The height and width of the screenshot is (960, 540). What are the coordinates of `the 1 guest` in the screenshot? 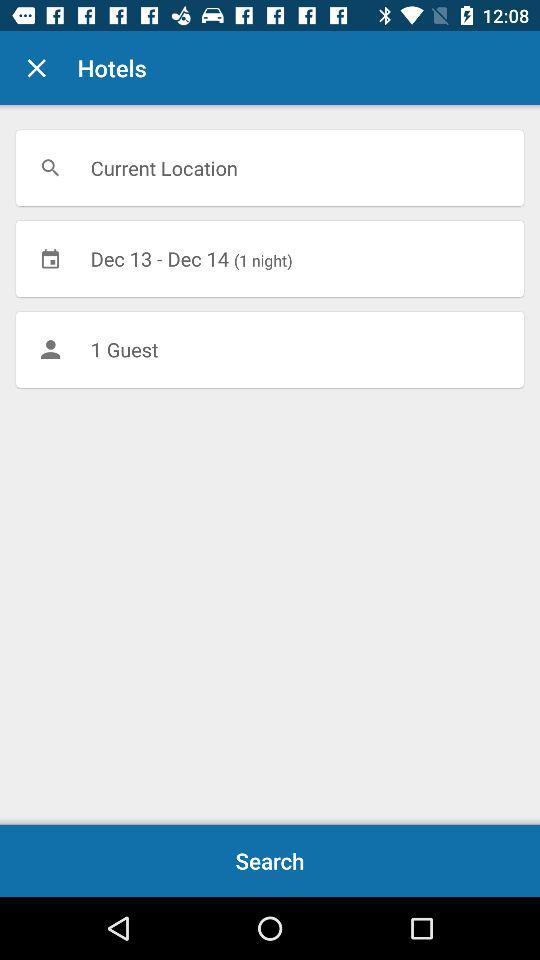 It's located at (270, 349).